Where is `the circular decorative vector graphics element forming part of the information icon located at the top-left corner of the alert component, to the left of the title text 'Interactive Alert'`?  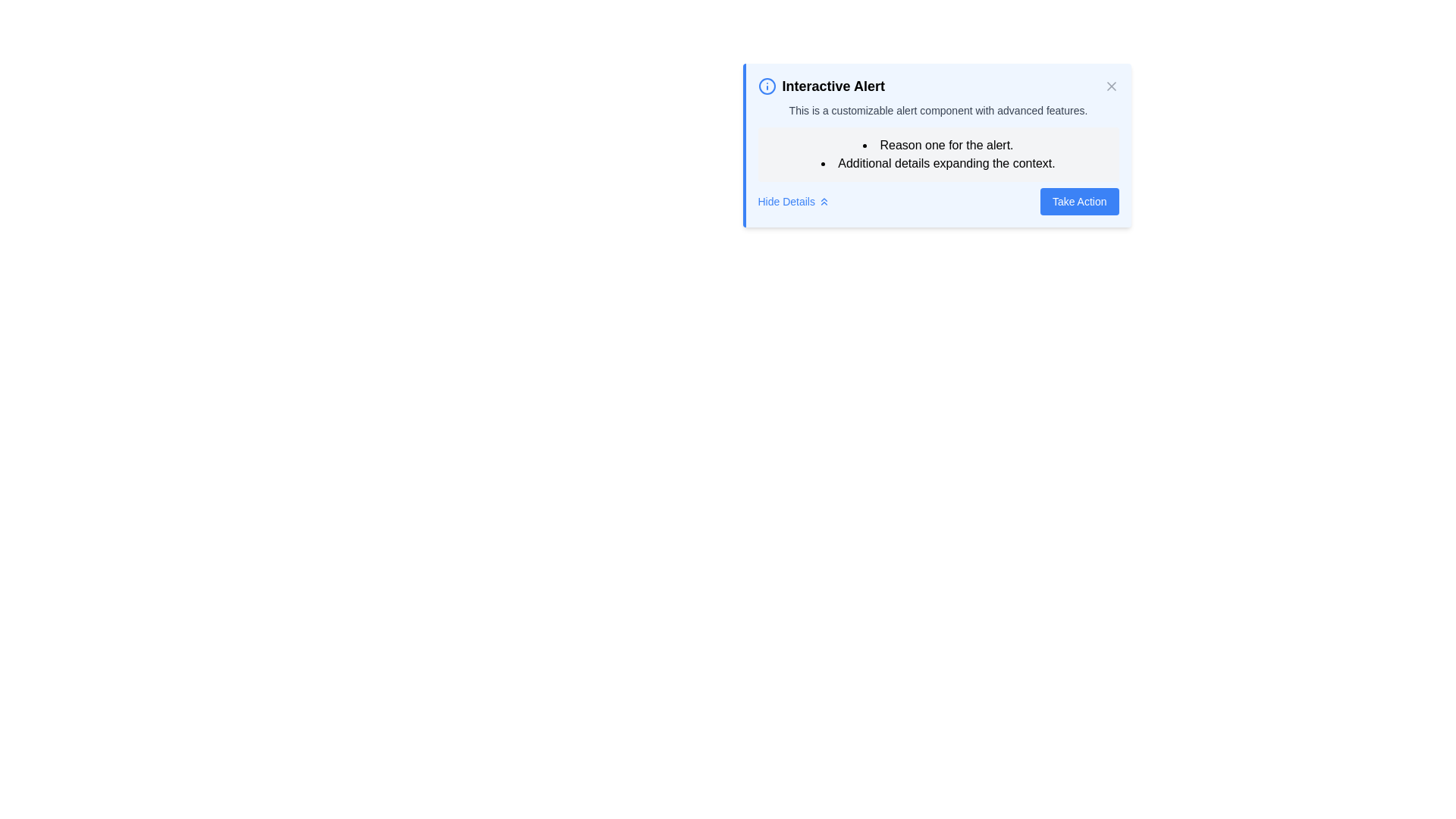 the circular decorative vector graphics element forming part of the information icon located at the top-left corner of the alert component, to the left of the title text 'Interactive Alert' is located at coordinates (767, 86).